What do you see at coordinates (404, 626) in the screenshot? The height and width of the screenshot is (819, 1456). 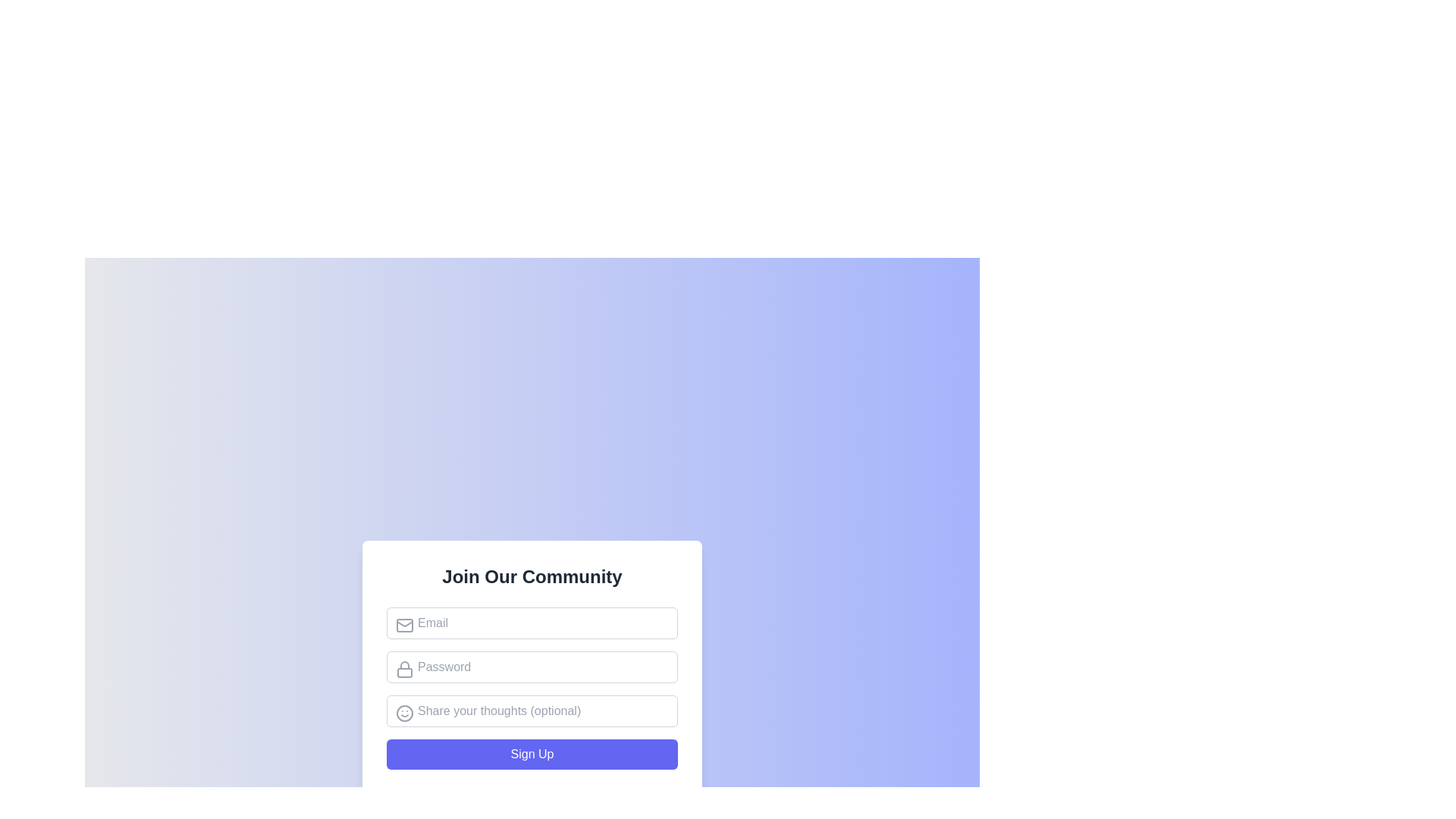 I see `the gray envelope icon located on the left side of the 'Email' input field in the 'Join Our Community' form` at bounding box center [404, 626].